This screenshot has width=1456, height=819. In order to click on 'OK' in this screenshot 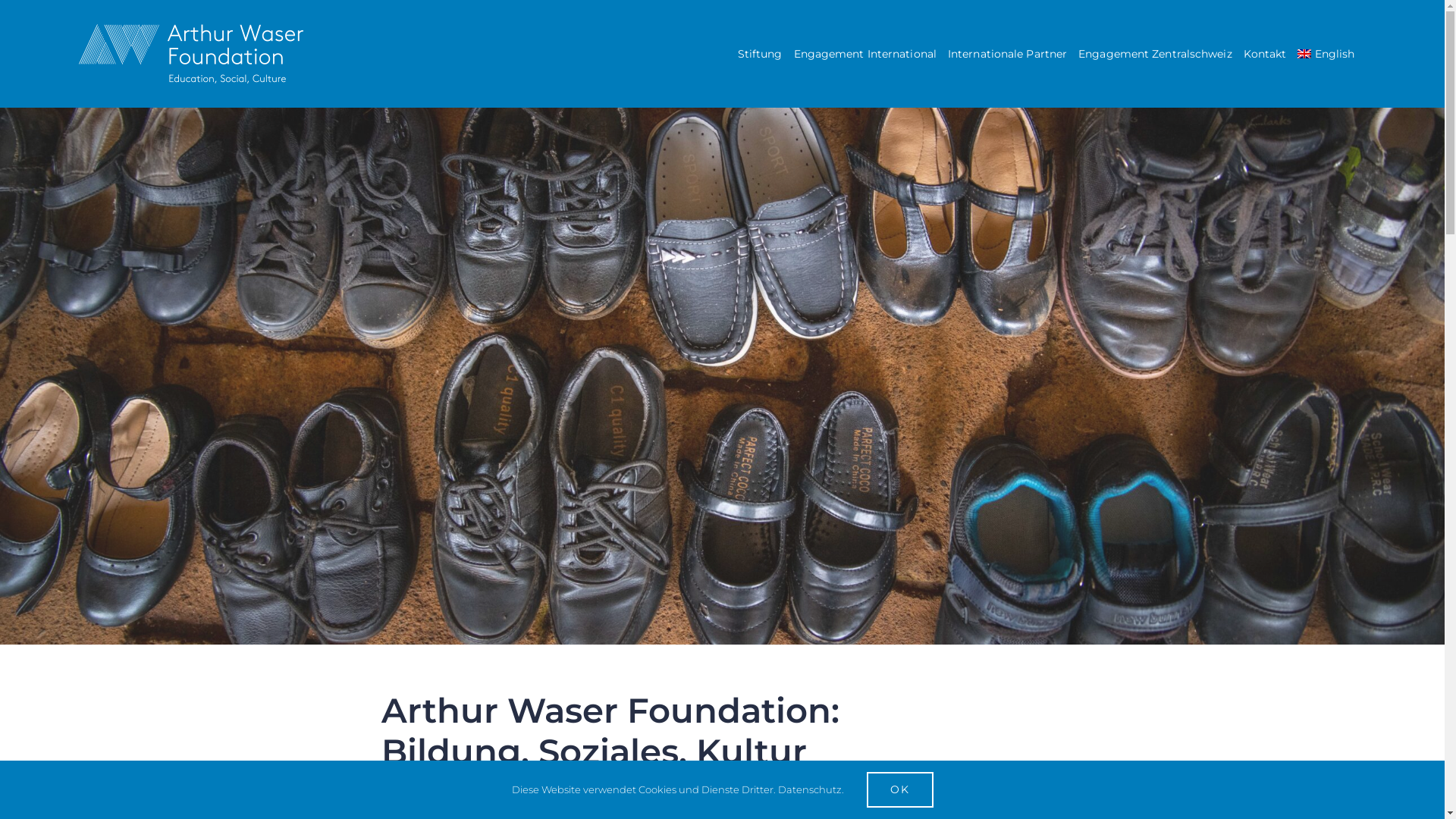, I will do `click(899, 789)`.